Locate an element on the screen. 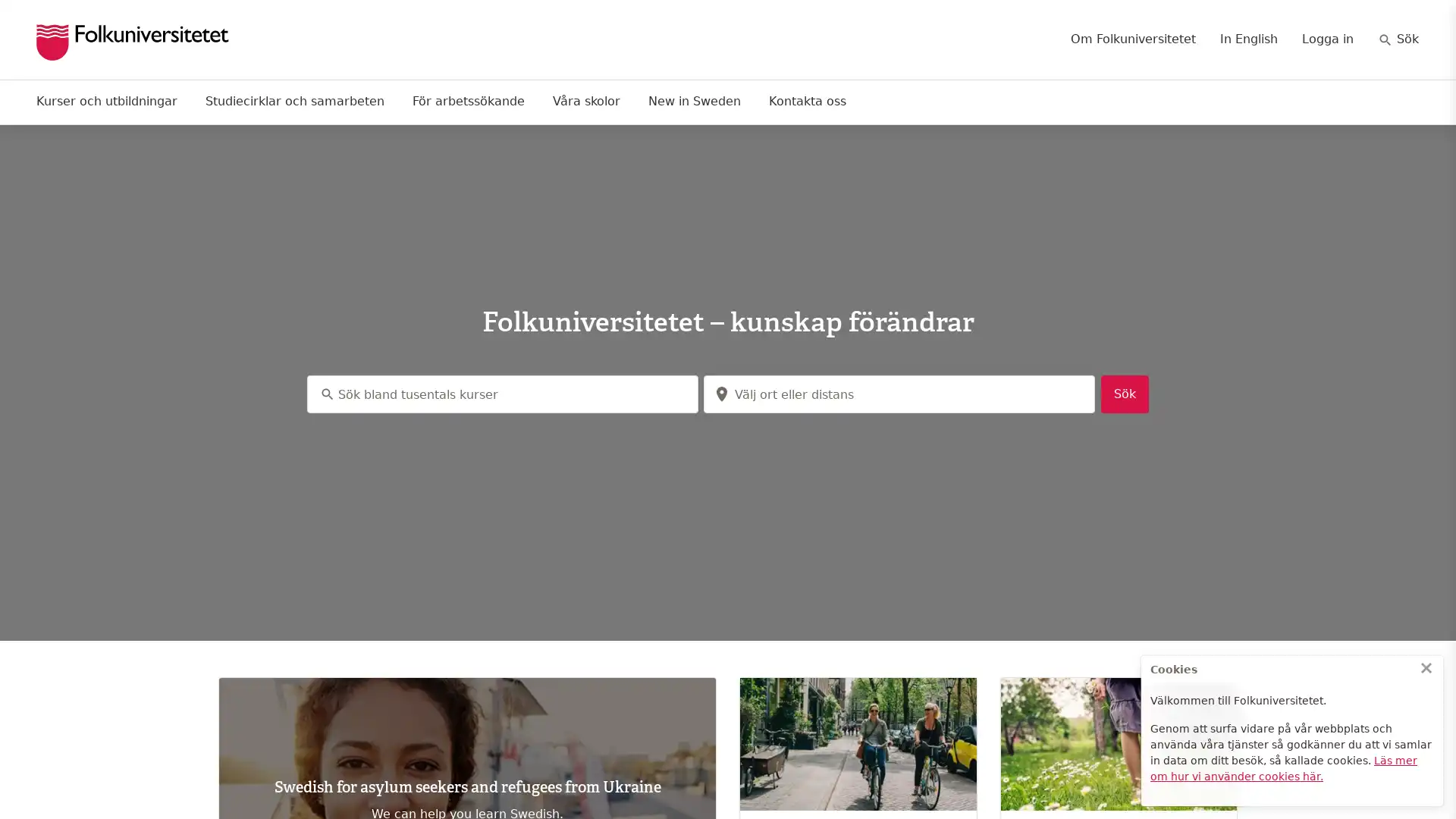  Sok is located at coordinates (1125, 394).